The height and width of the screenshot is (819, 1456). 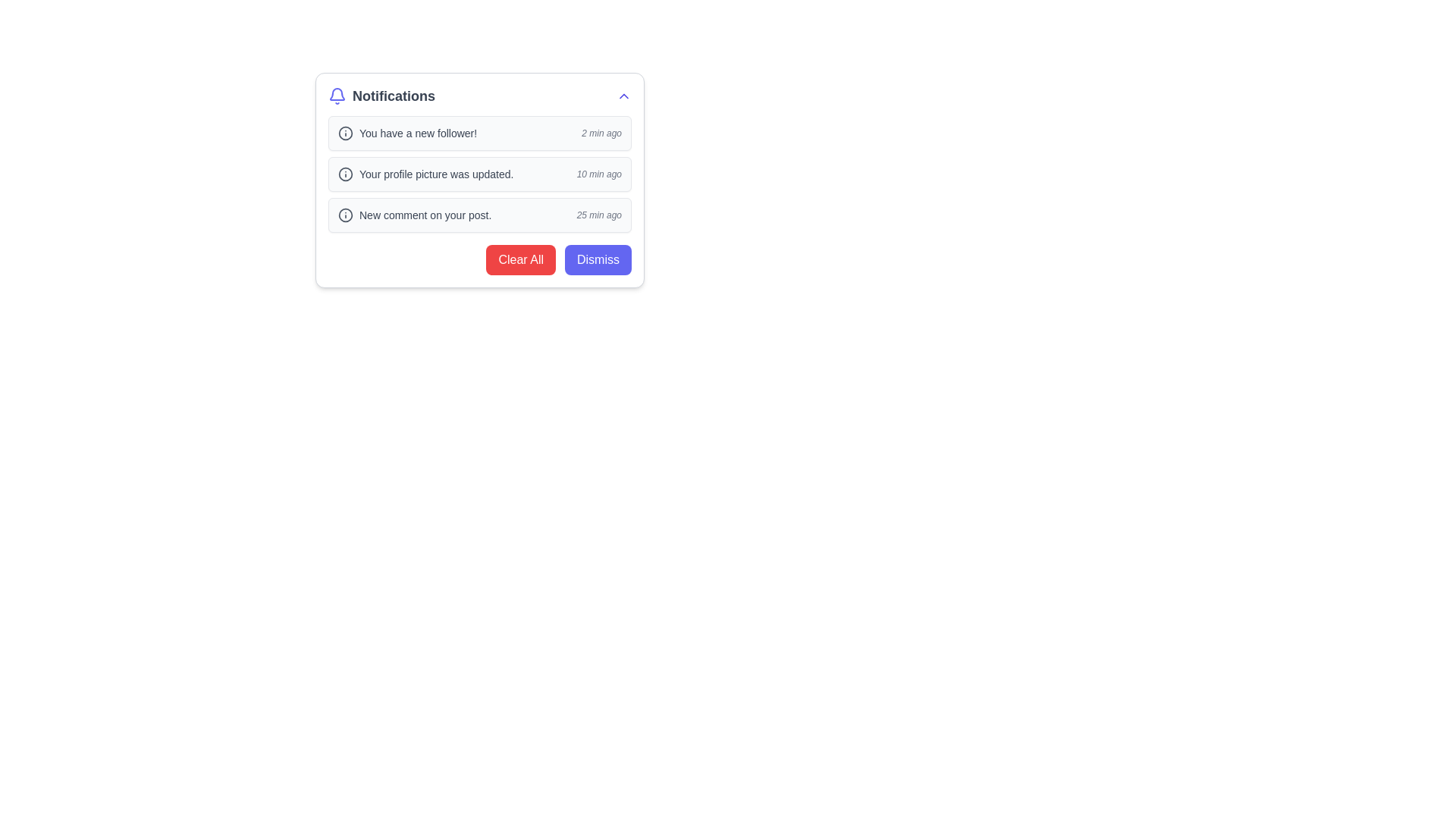 What do you see at coordinates (479, 133) in the screenshot?
I see `on the notification item indicating 'You have a new follower!' located at the top of the notification panel` at bounding box center [479, 133].